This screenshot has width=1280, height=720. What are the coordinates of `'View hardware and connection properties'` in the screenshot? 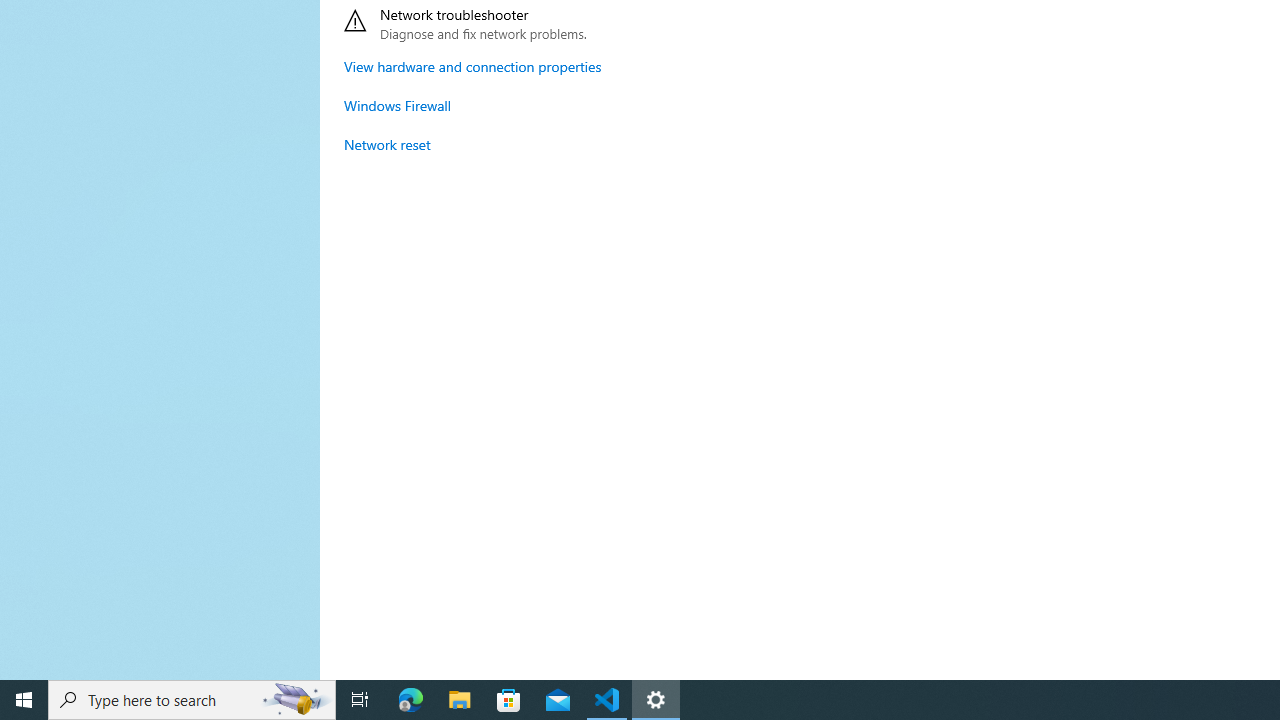 It's located at (471, 65).